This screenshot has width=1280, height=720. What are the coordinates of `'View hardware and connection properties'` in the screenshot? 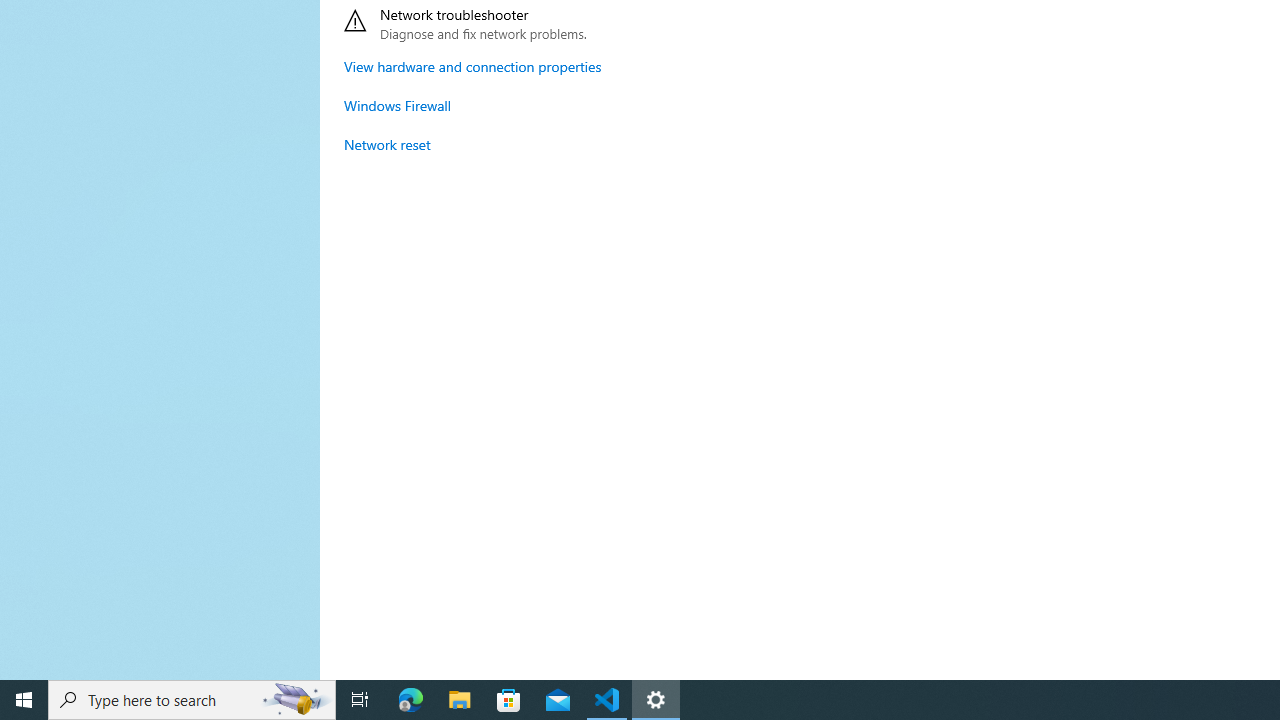 It's located at (471, 65).